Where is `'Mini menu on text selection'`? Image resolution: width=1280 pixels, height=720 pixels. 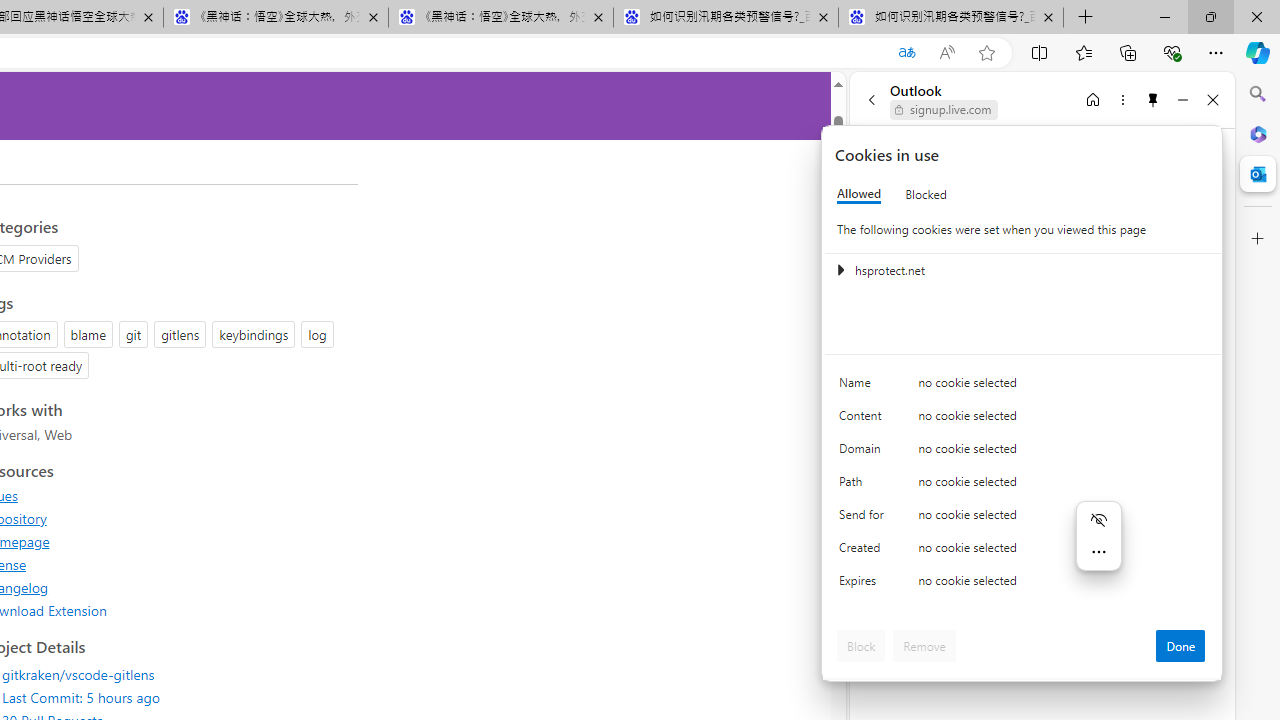
'Mini menu on text selection' is located at coordinates (1097, 535).